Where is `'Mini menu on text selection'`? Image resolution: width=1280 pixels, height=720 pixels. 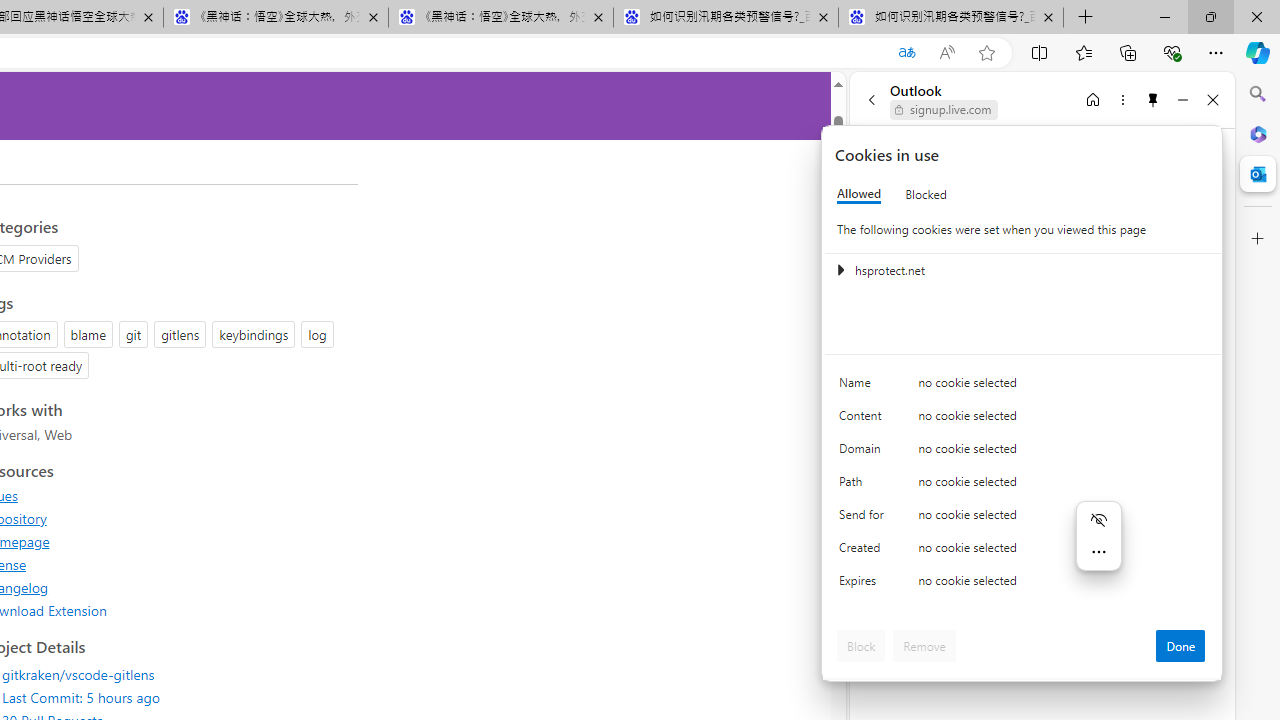
'Mini menu on text selection' is located at coordinates (1097, 535).